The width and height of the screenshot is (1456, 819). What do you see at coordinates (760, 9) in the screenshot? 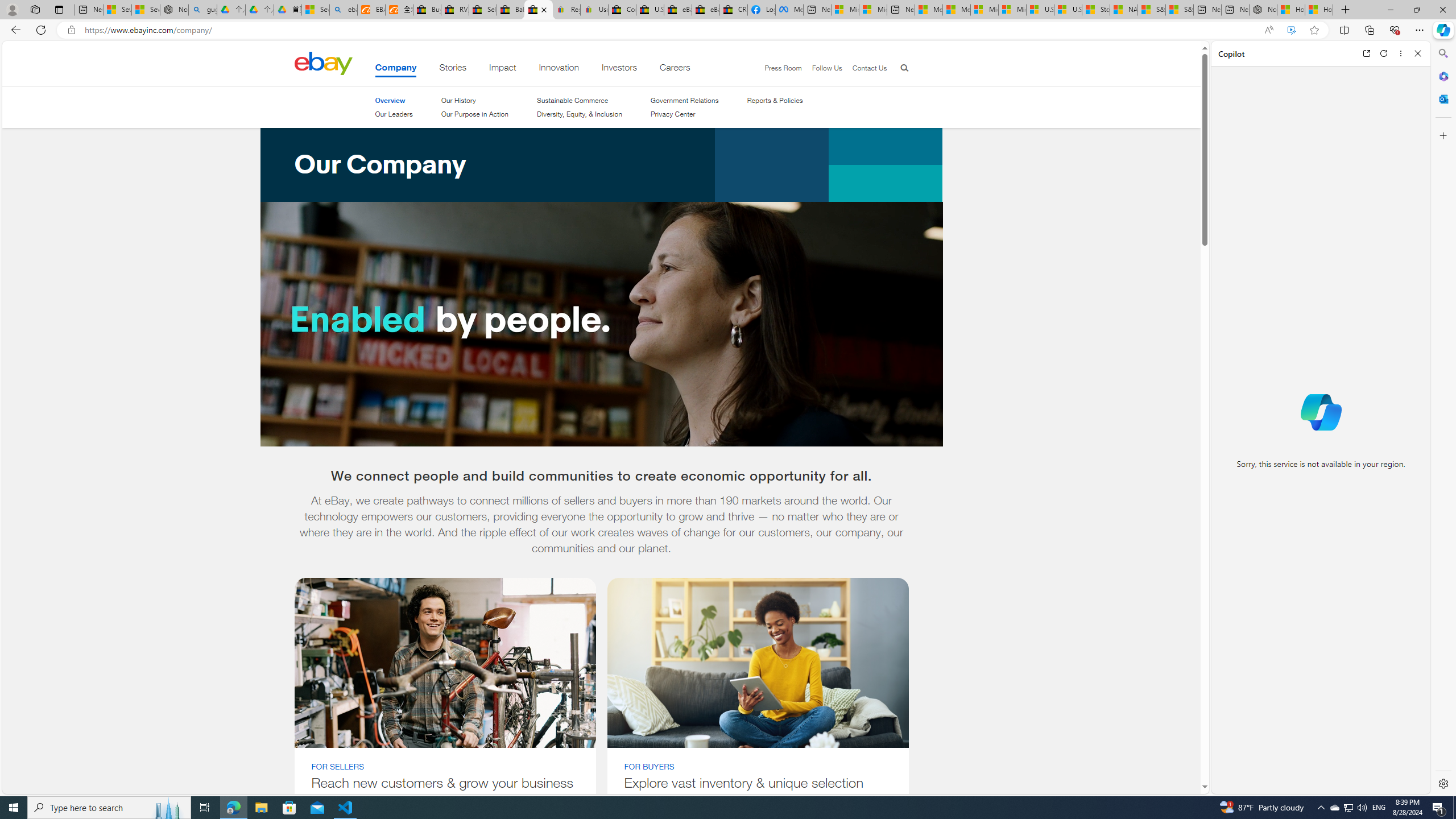
I see `'Log into Facebook'` at bounding box center [760, 9].